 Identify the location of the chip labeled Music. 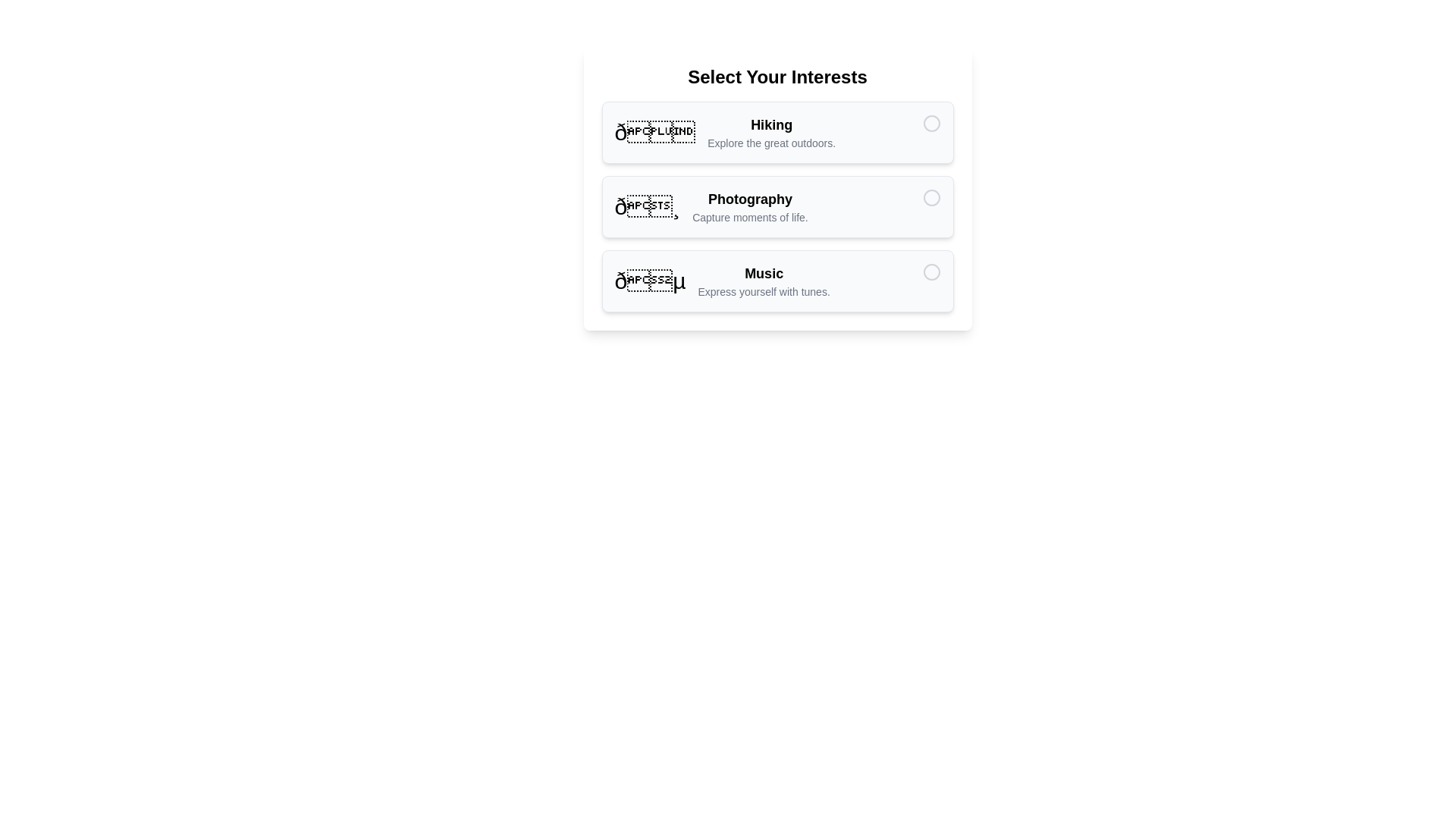
(777, 281).